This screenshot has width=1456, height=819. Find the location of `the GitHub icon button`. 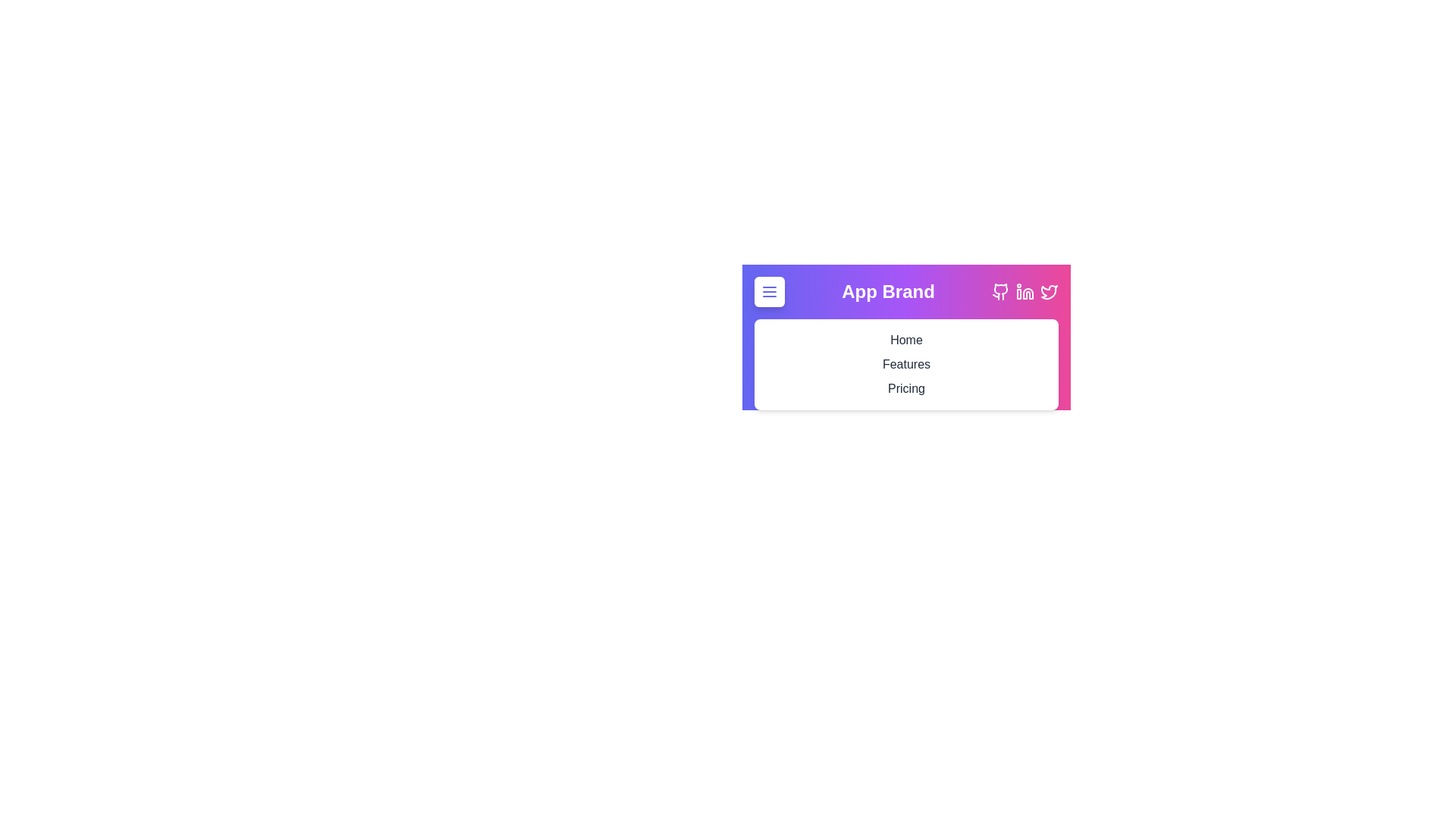

the GitHub icon button is located at coordinates (1001, 292).